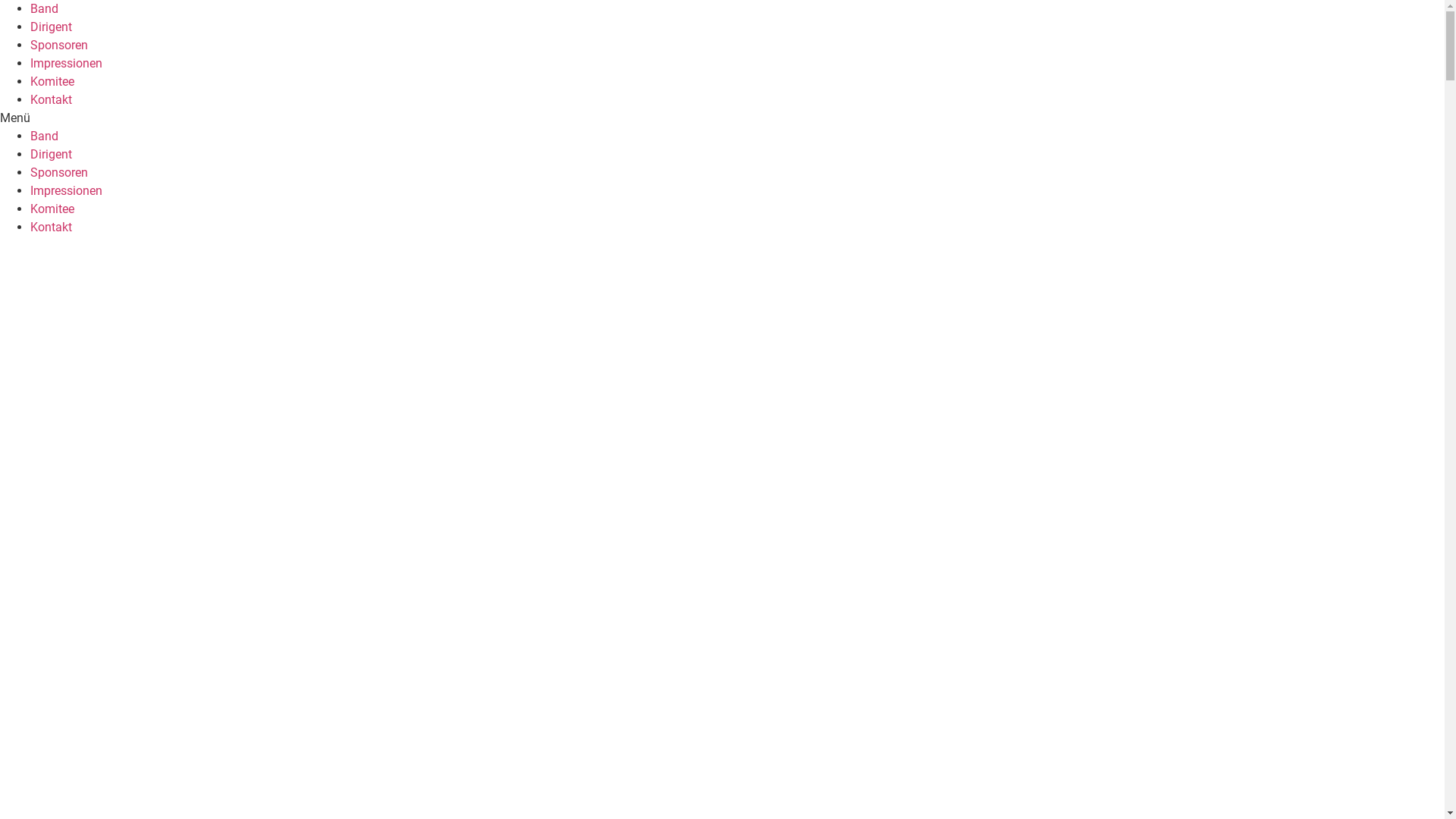 The width and height of the screenshot is (1456, 819). What do you see at coordinates (65, 190) in the screenshot?
I see `'Impressionen'` at bounding box center [65, 190].